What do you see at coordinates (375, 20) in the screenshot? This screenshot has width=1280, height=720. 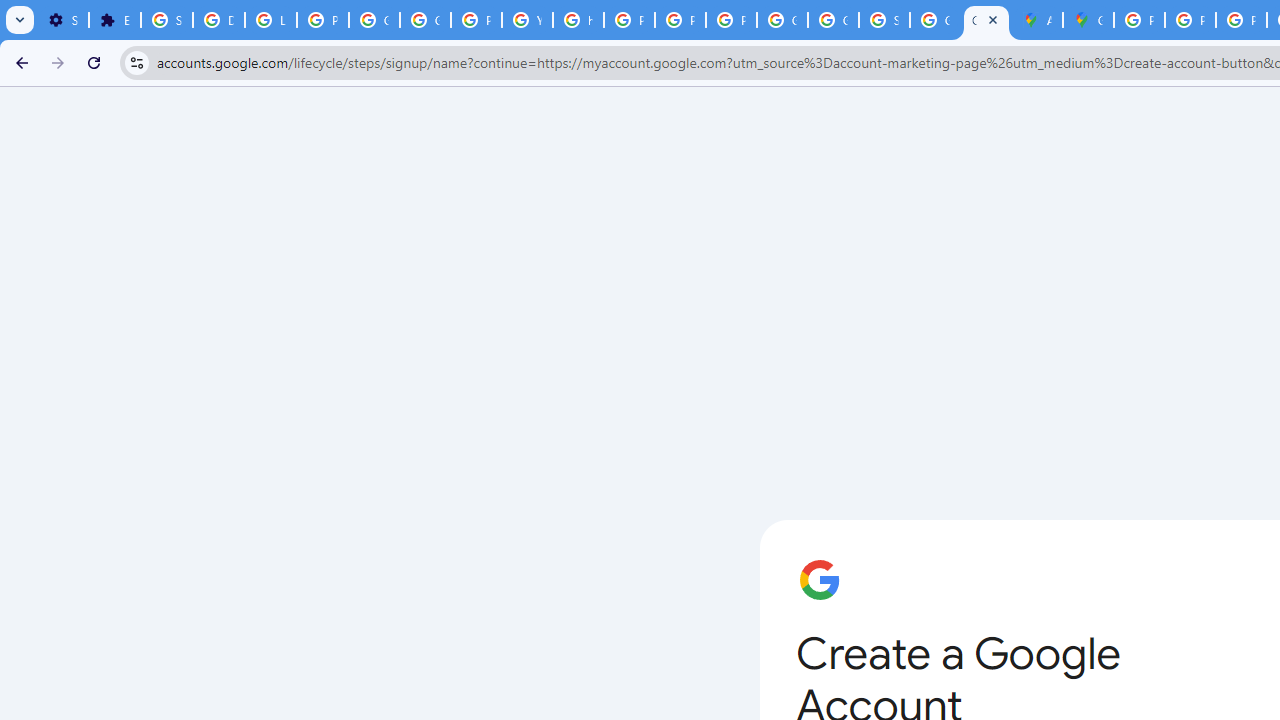 I see `'Google Account Help'` at bounding box center [375, 20].